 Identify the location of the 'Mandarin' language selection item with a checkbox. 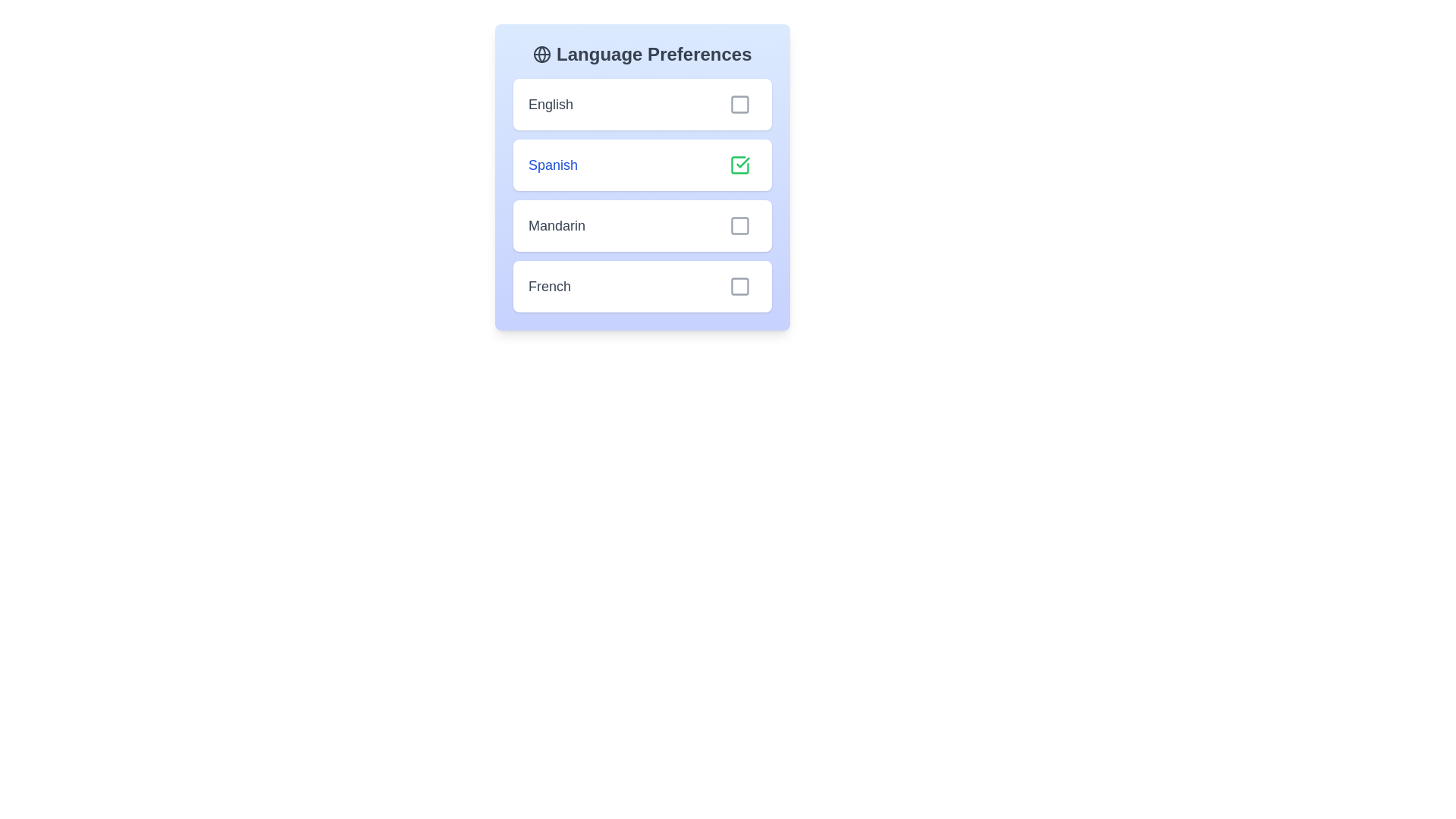
(642, 225).